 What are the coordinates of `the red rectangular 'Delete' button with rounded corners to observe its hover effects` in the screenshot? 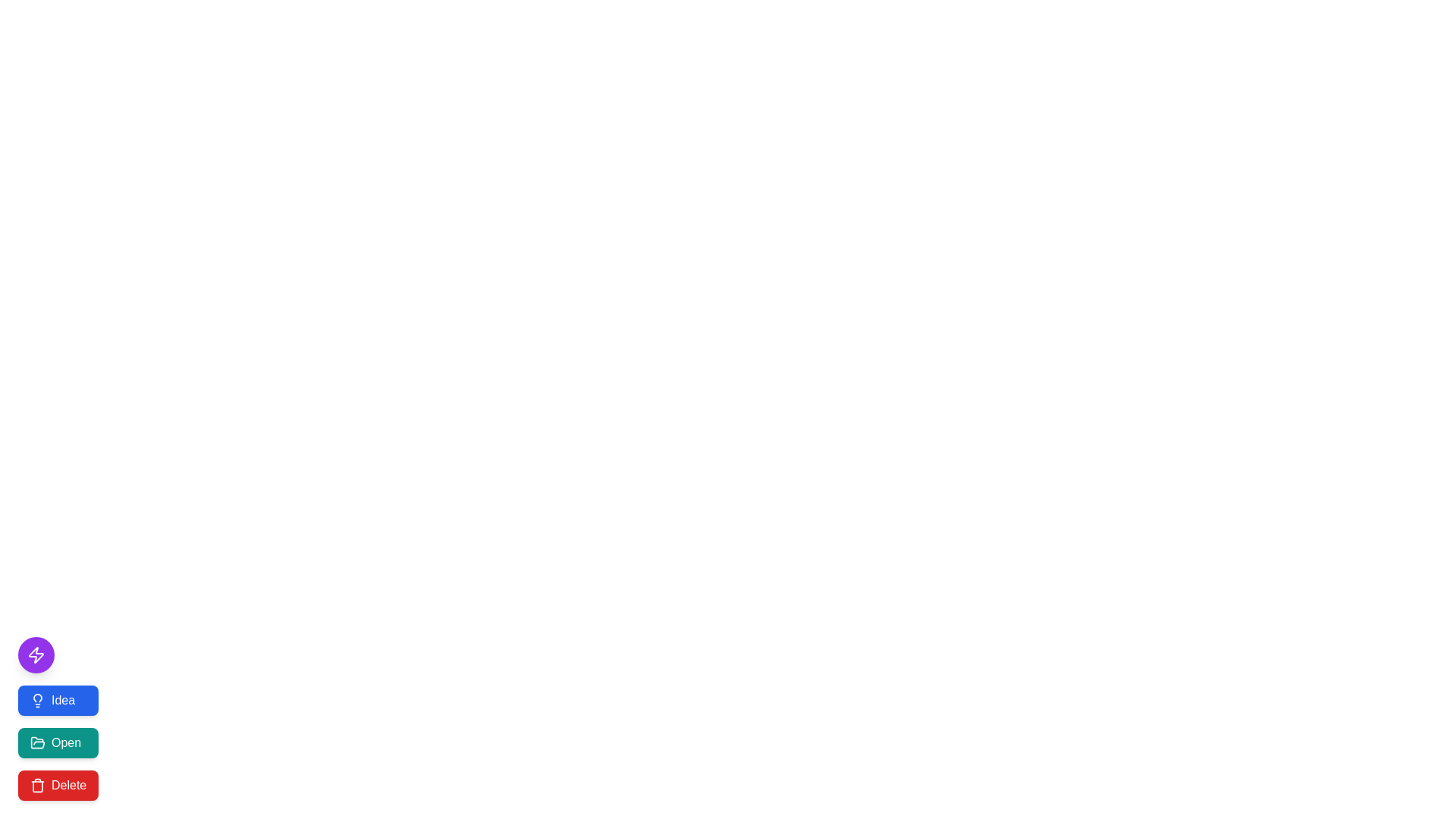 It's located at (58, 785).